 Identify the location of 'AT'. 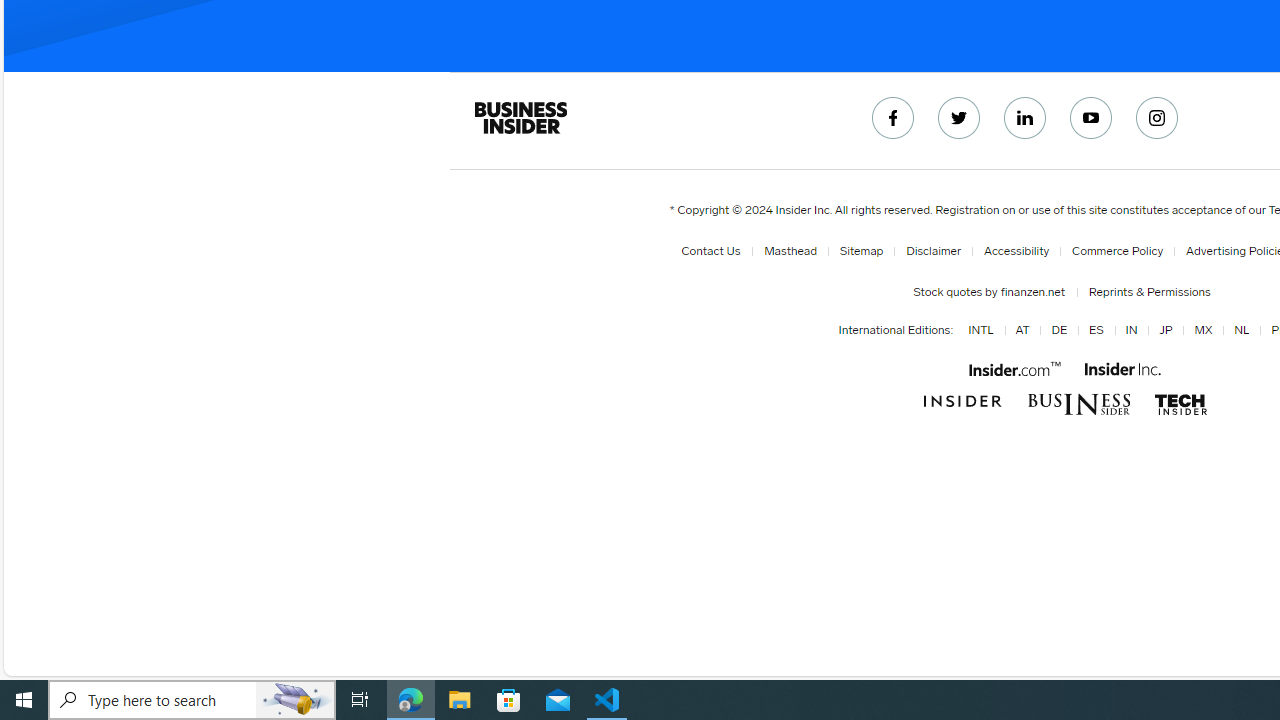
(1022, 330).